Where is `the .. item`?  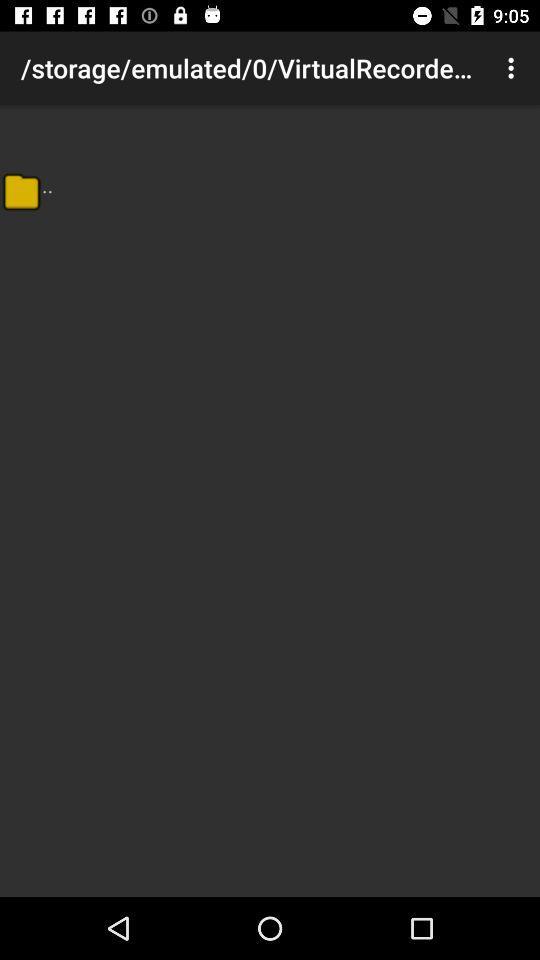
the .. item is located at coordinates (47, 184).